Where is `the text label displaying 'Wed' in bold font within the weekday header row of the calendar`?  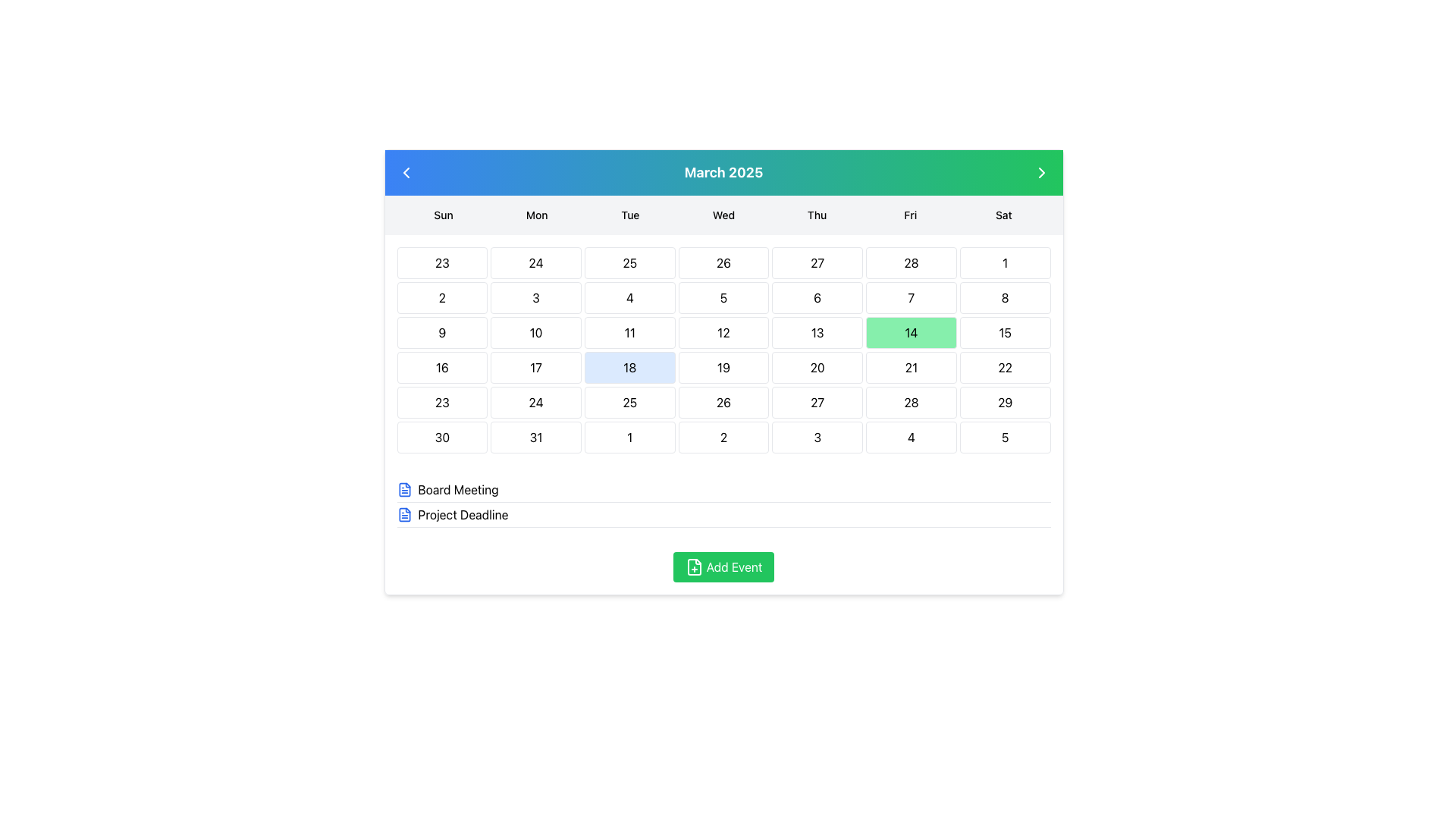
the text label displaying 'Wed' in bold font within the weekday header row of the calendar is located at coordinates (723, 215).